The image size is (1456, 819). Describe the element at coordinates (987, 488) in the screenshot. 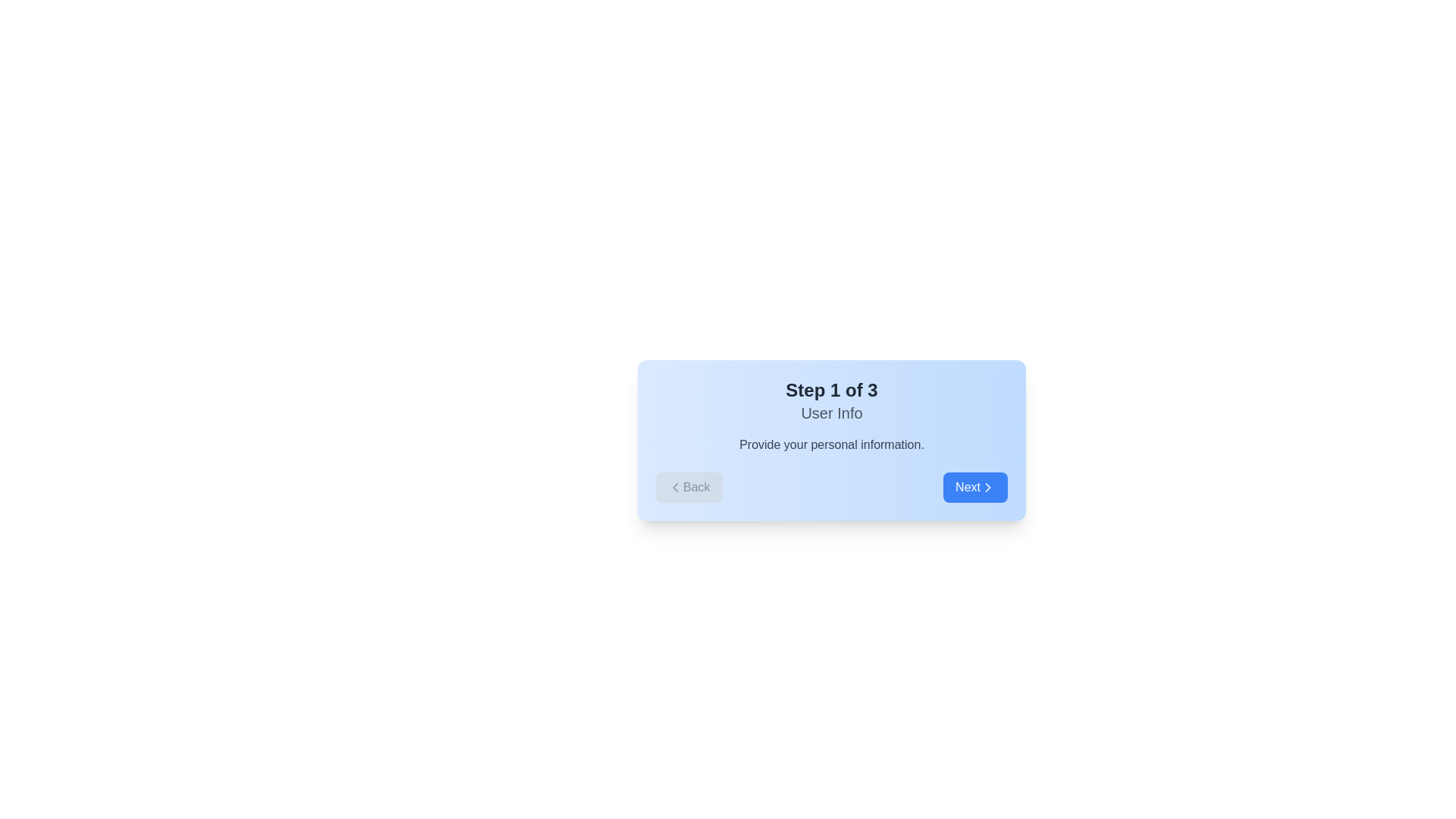

I see `the right-pointing chevron icon within the 'Next' button` at that location.